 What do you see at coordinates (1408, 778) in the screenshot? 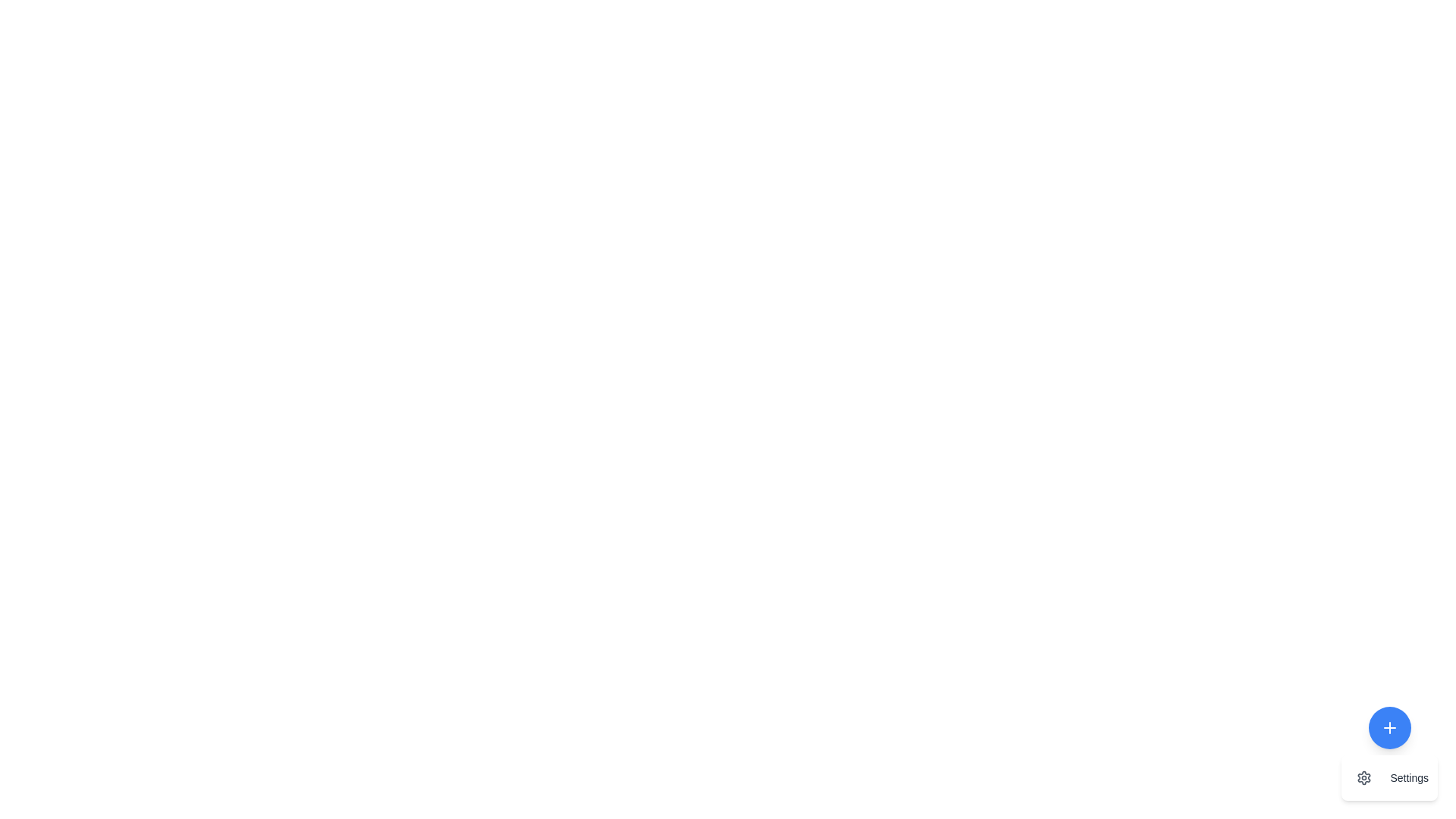
I see `the text label that provides a navigational option for accessing application settings, located to the right of the settings cog icon in the bottom-right of the interface` at bounding box center [1408, 778].